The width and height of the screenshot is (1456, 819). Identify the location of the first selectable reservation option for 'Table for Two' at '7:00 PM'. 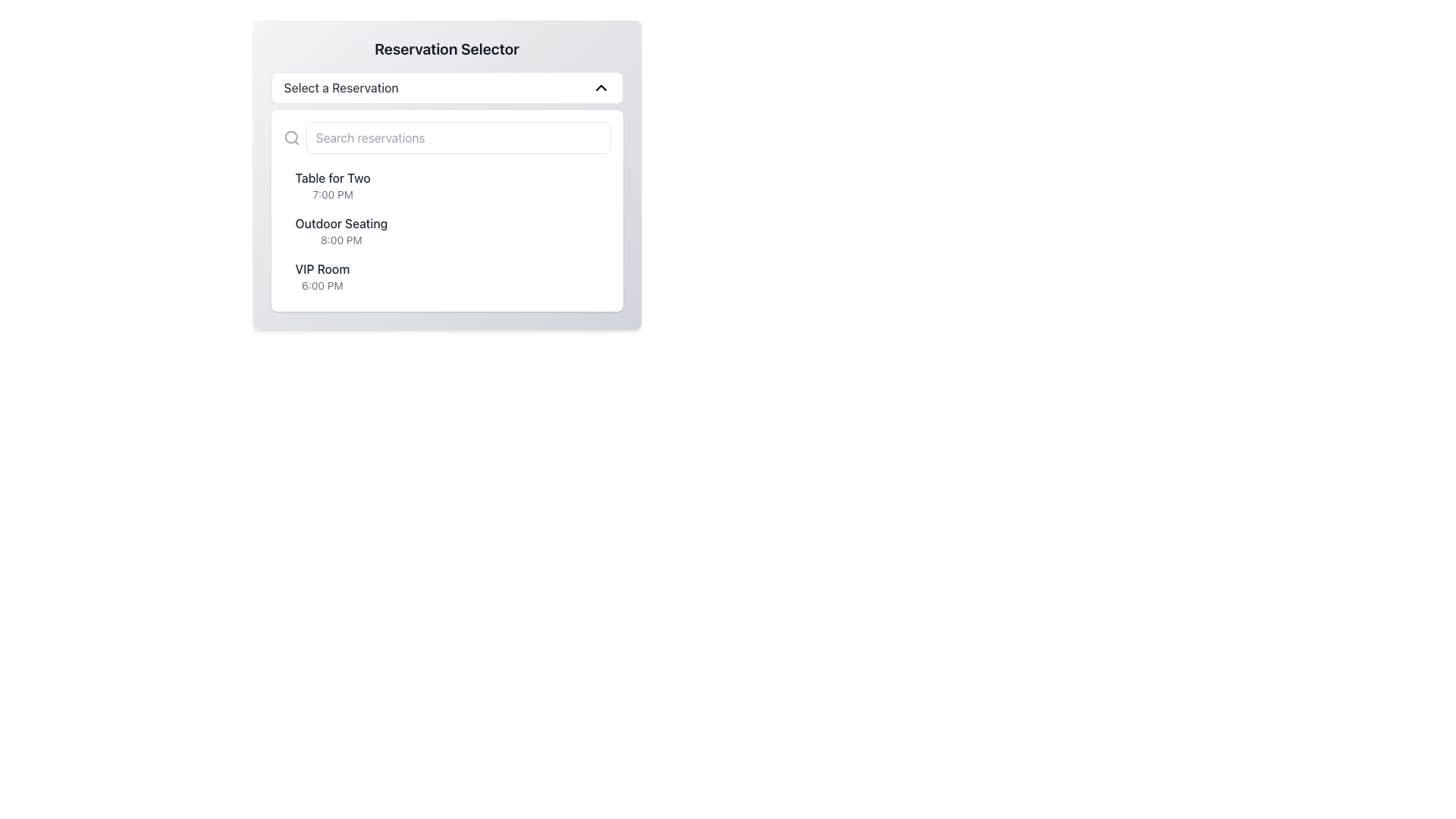
(332, 185).